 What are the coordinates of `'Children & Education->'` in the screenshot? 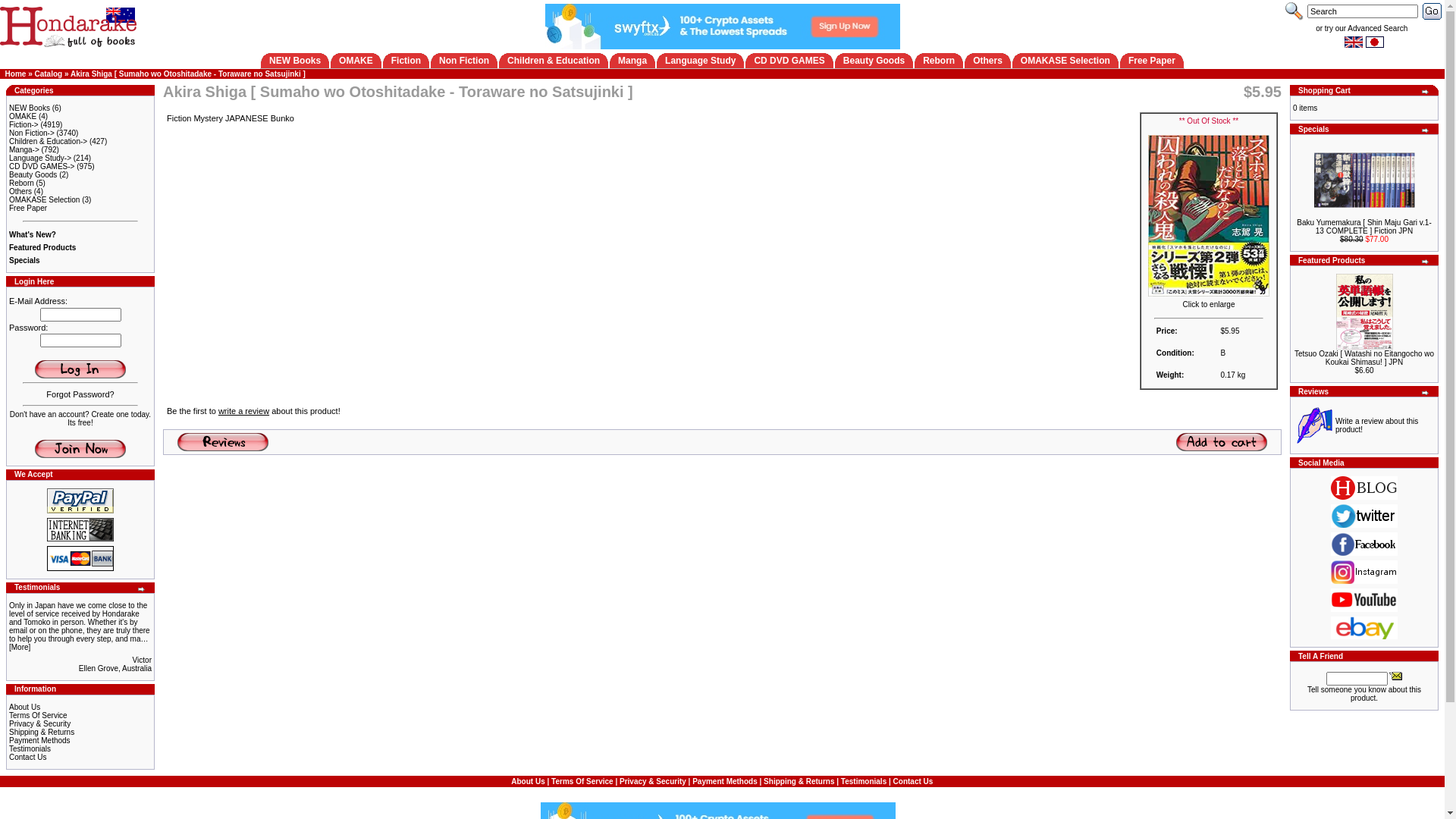 It's located at (48, 141).